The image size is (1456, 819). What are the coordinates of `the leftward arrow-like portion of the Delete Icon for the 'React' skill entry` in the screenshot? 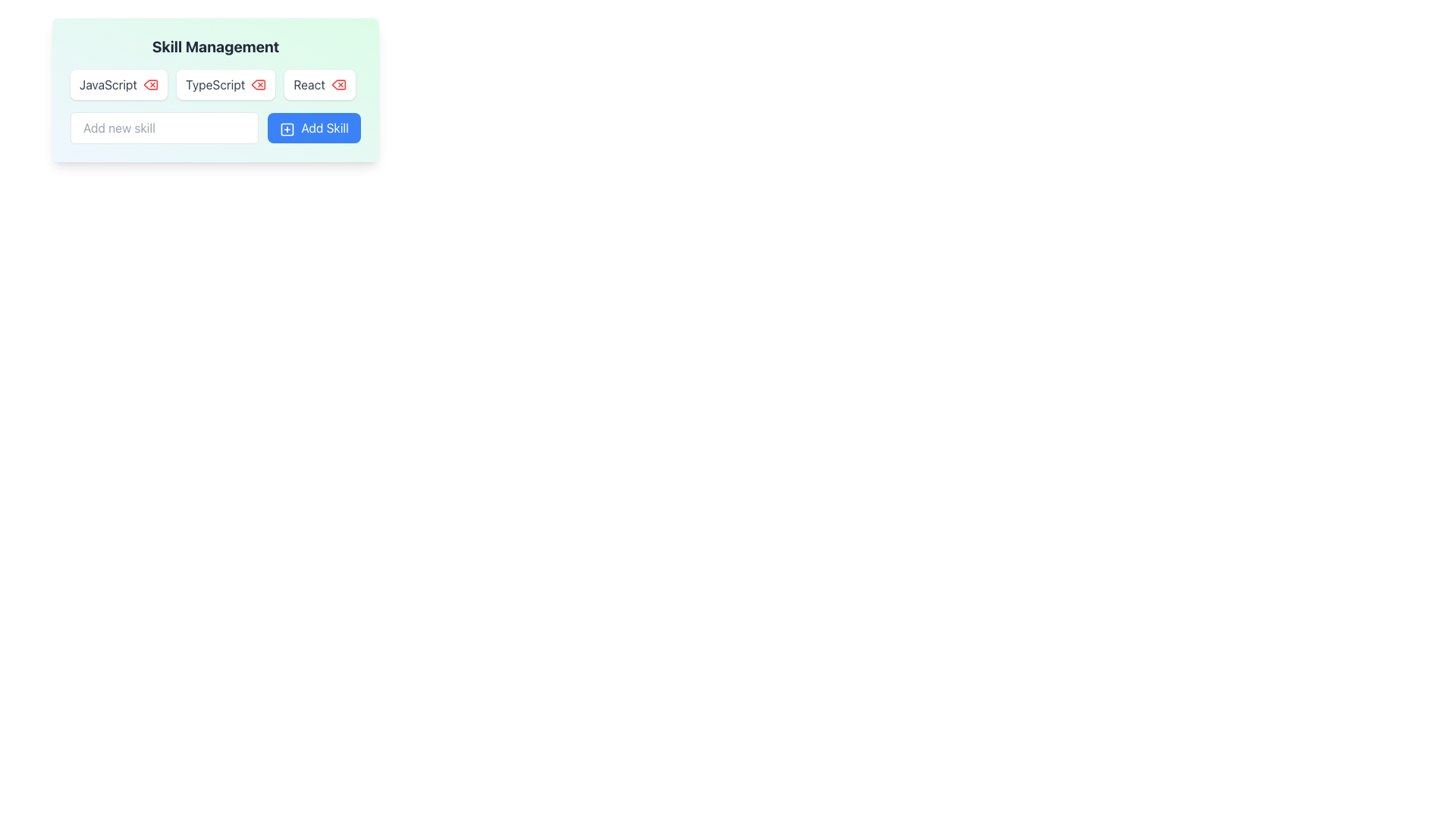 It's located at (337, 84).